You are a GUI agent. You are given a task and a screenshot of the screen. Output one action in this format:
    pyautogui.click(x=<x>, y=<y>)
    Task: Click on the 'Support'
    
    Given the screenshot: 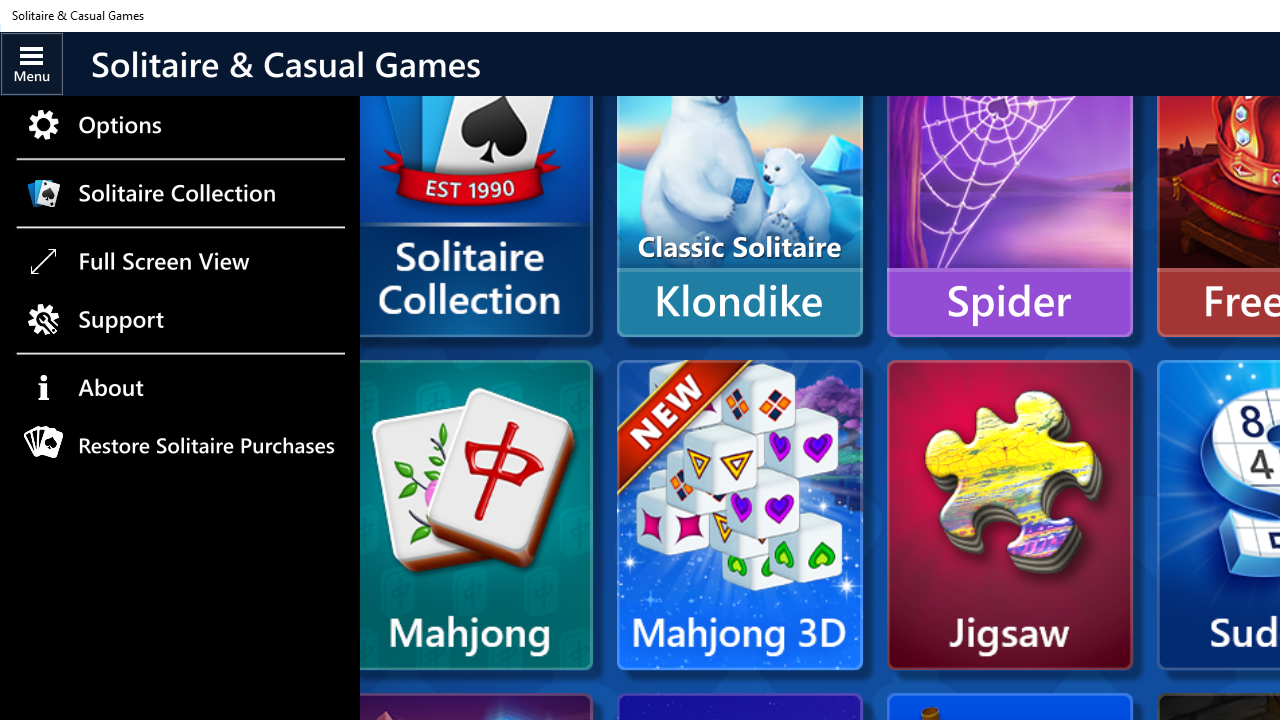 What is the action you would take?
    pyautogui.click(x=179, y=319)
    